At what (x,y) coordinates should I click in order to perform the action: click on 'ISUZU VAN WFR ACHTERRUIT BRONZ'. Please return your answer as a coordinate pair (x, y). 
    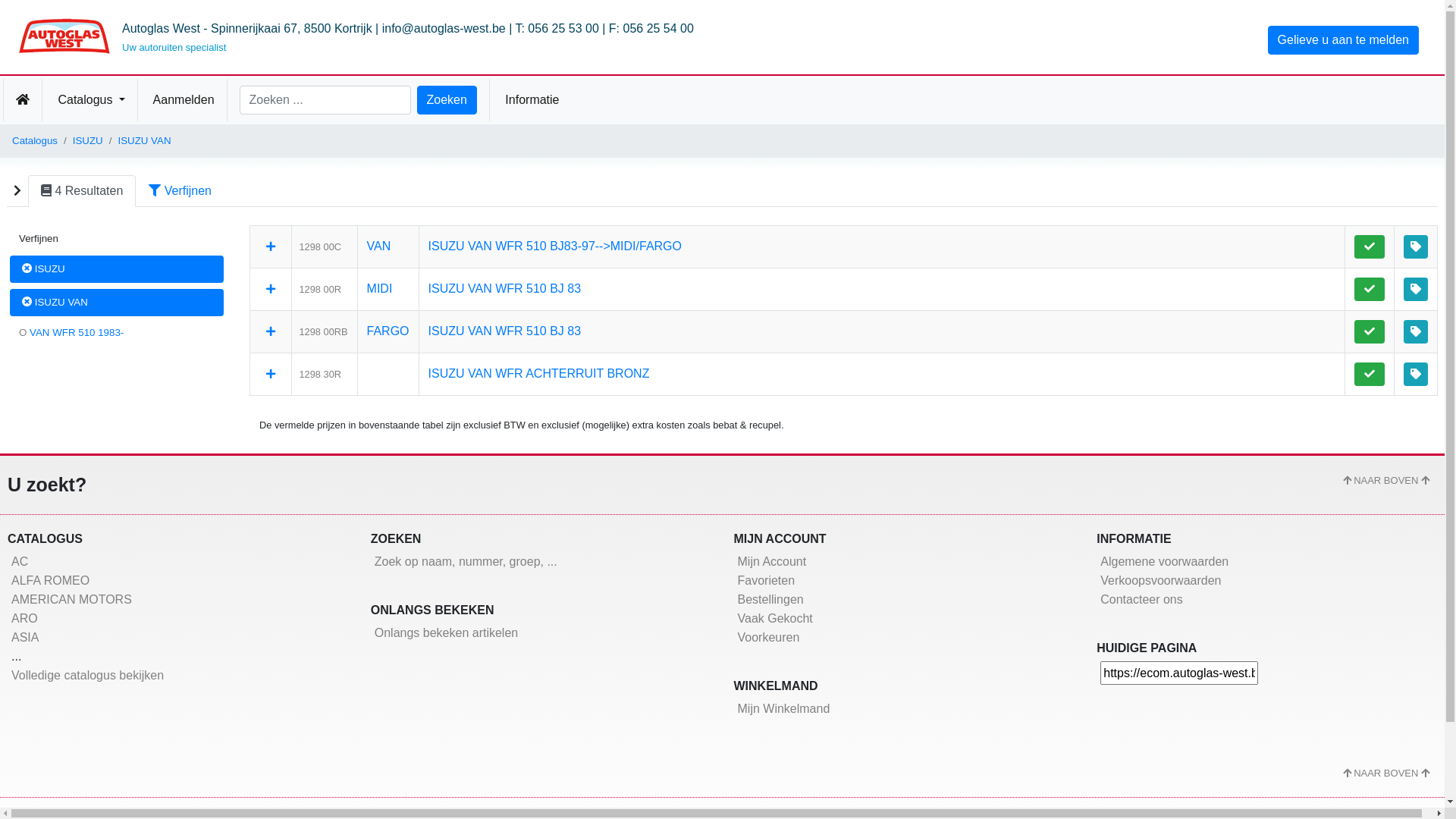
    Looking at the image, I should click on (538, 373).